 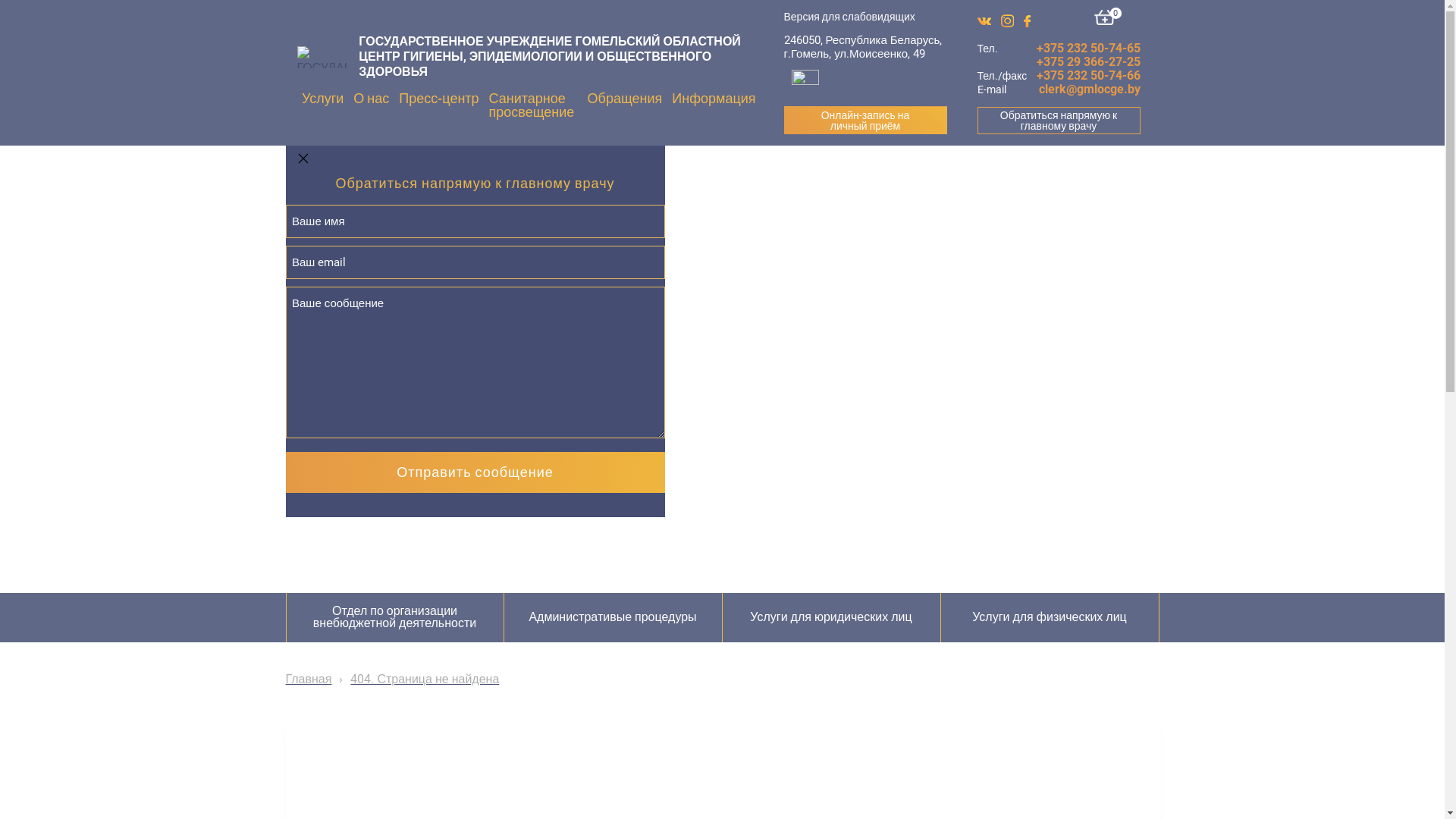 I want to click on '0', so click(x=1094, y=17).